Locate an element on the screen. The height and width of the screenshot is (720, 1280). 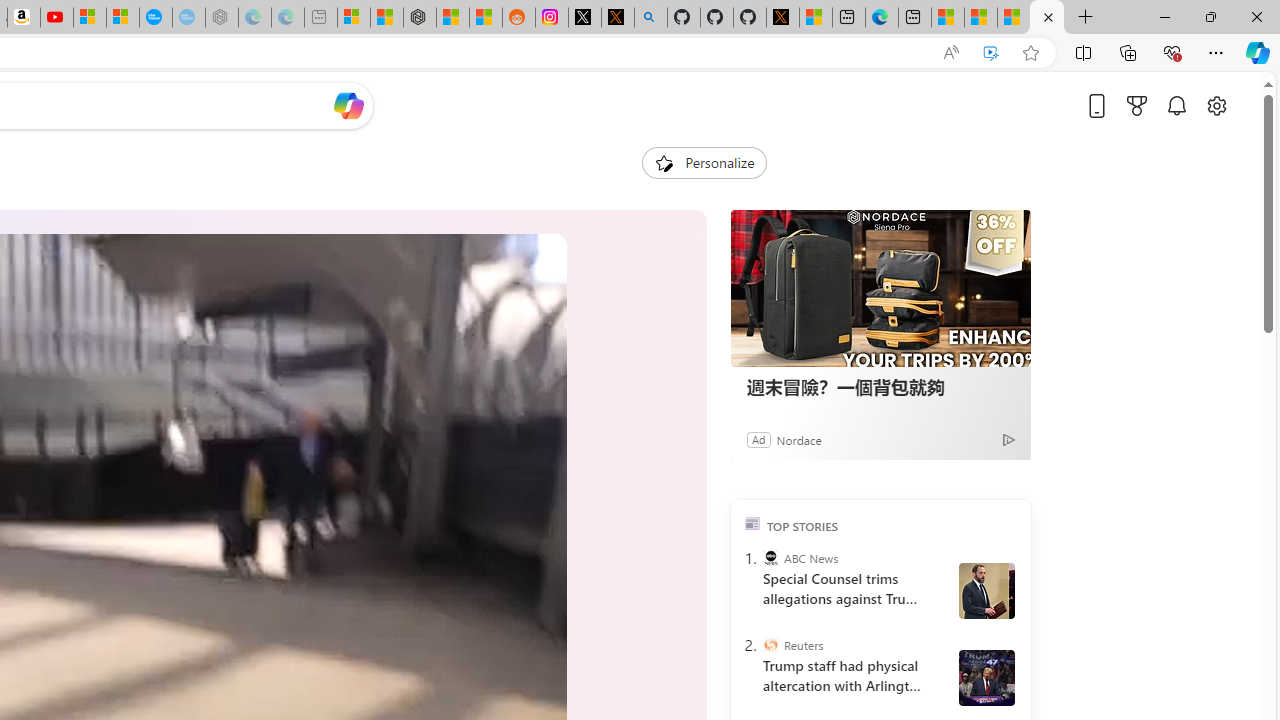
'Nordace - Nordace has arrived Hong Kong - Sleeping' is located at coordinates (222, 17).